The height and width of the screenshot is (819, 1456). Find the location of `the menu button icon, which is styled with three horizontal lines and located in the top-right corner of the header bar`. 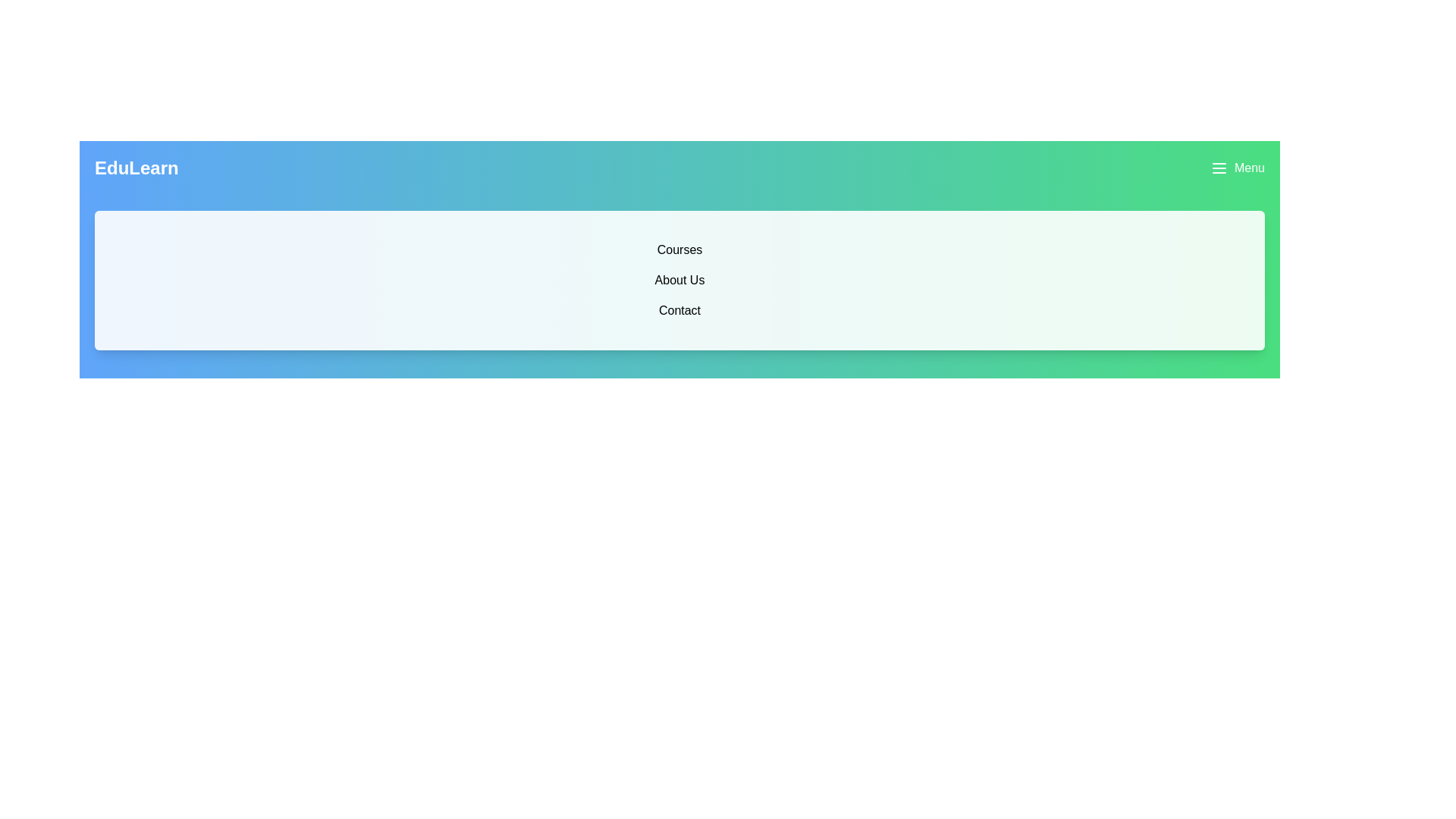

the menu button icon, which is styled with three horizontal lines and located in the top-right corner of the header bar is located at coordinates (1219, 168).